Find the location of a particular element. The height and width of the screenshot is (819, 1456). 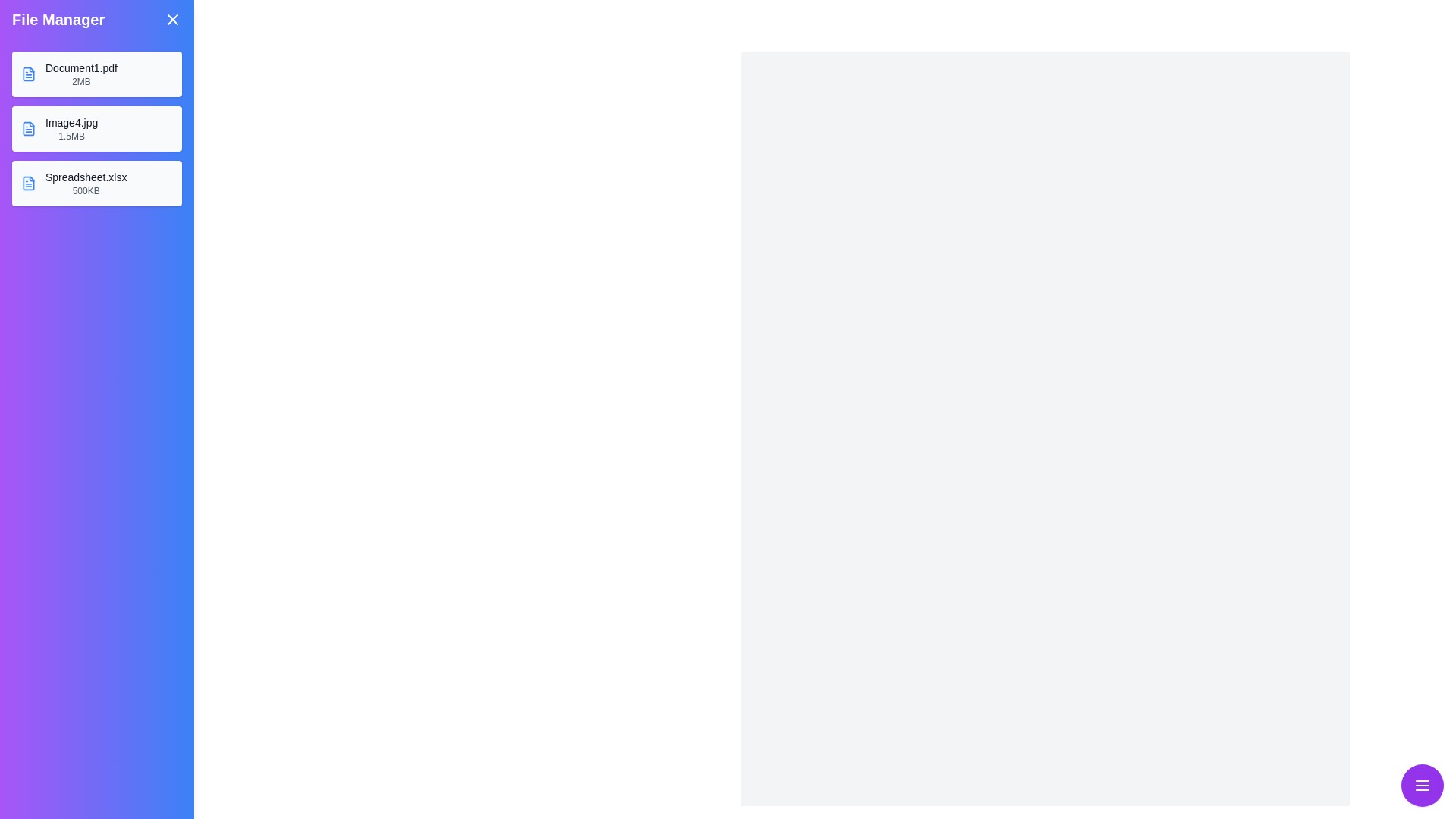

the text label displaying 'Document1.pdf' in the left panel, which is part of a file item entry with a gradient background is located at coordinates (80, 67).